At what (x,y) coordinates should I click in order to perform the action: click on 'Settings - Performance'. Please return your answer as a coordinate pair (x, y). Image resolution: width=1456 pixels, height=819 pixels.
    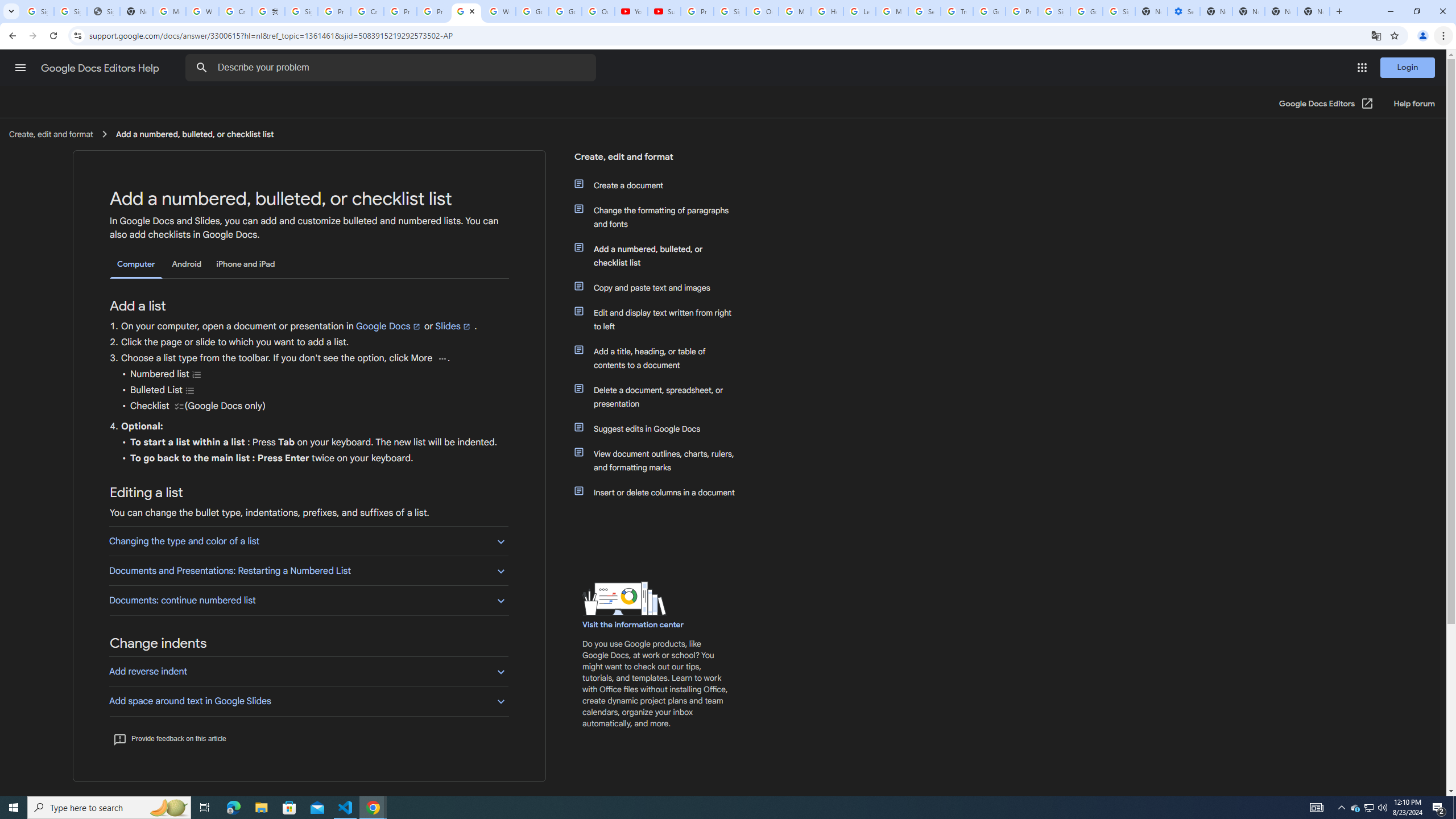
    Looking at the image, I should click on (1183, 11).